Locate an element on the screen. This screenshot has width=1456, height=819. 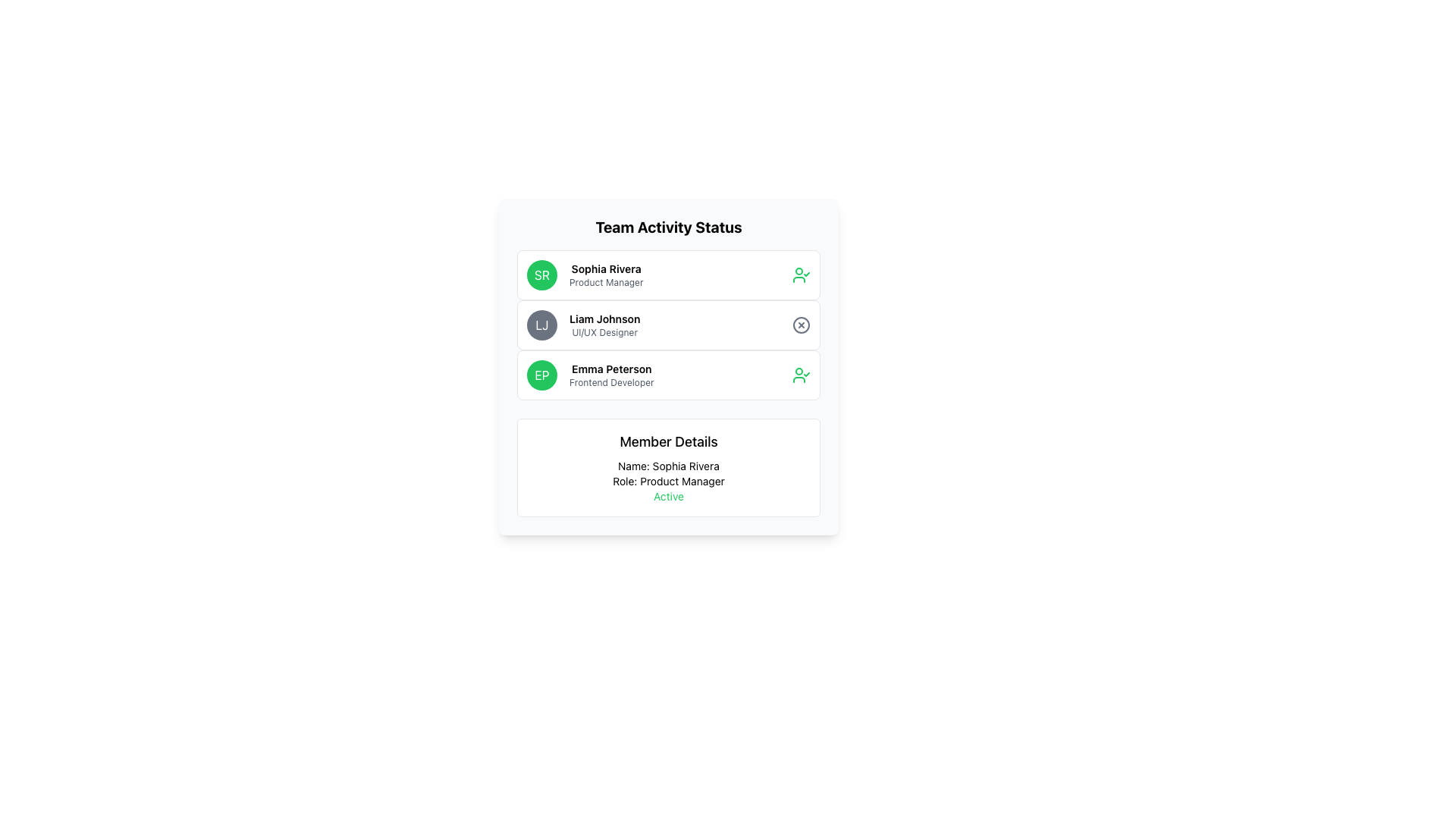
the green SVG icon representing a user with a checkmark is located at coordinates (800, 275).